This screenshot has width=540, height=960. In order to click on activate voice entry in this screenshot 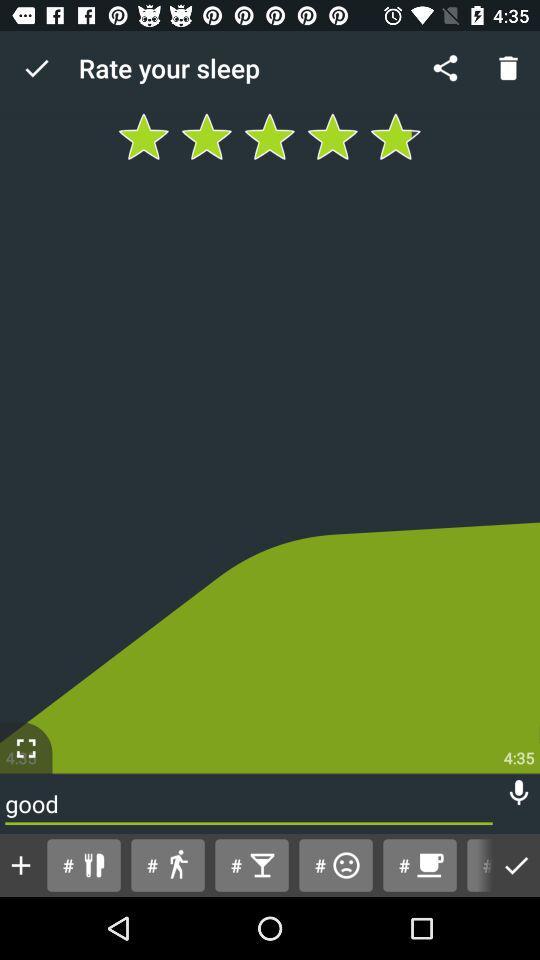, I will do `click(518, 793)`.